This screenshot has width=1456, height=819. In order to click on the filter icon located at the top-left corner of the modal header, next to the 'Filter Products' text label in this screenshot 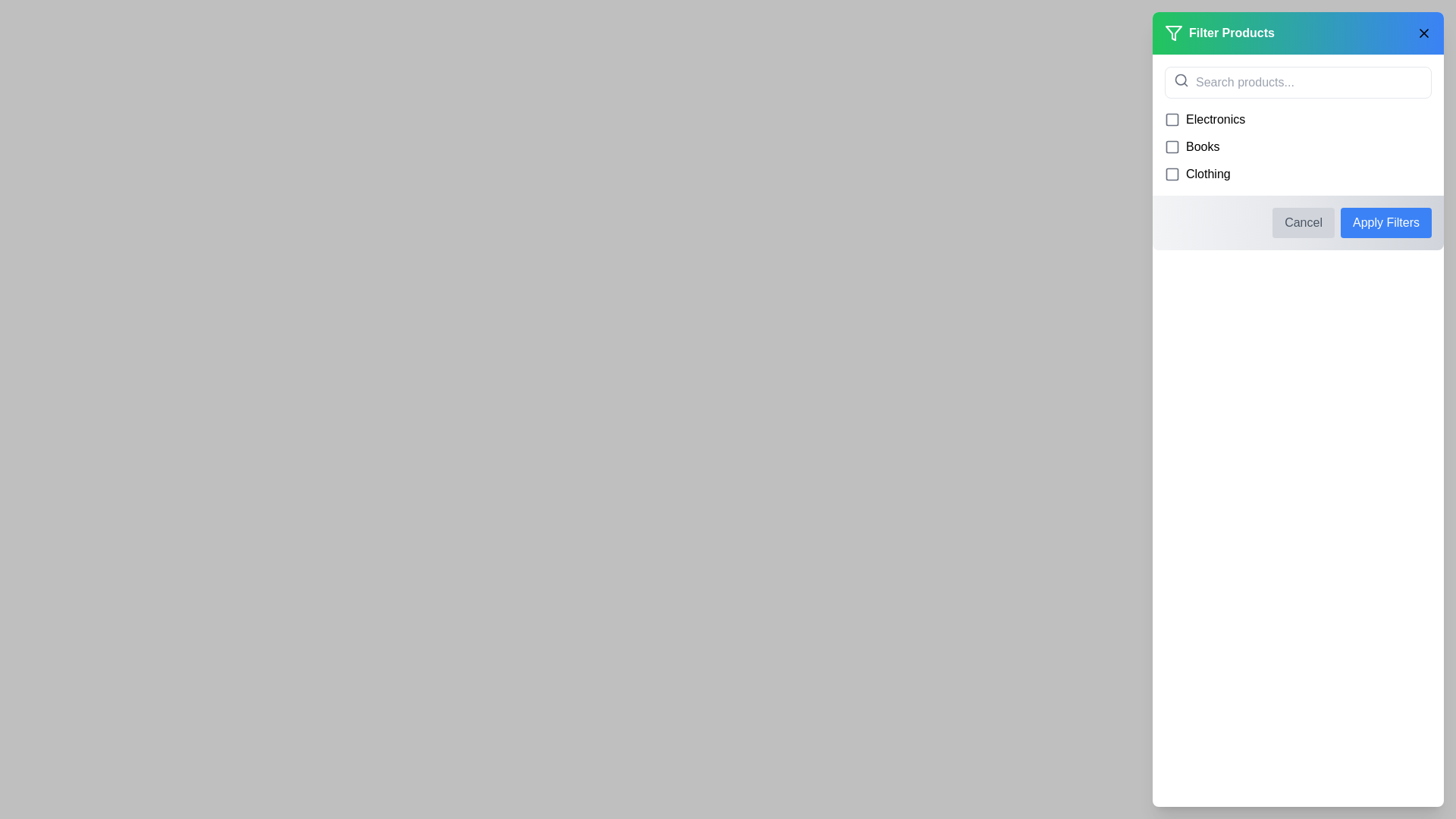, I will do `click(1173, 33)`.